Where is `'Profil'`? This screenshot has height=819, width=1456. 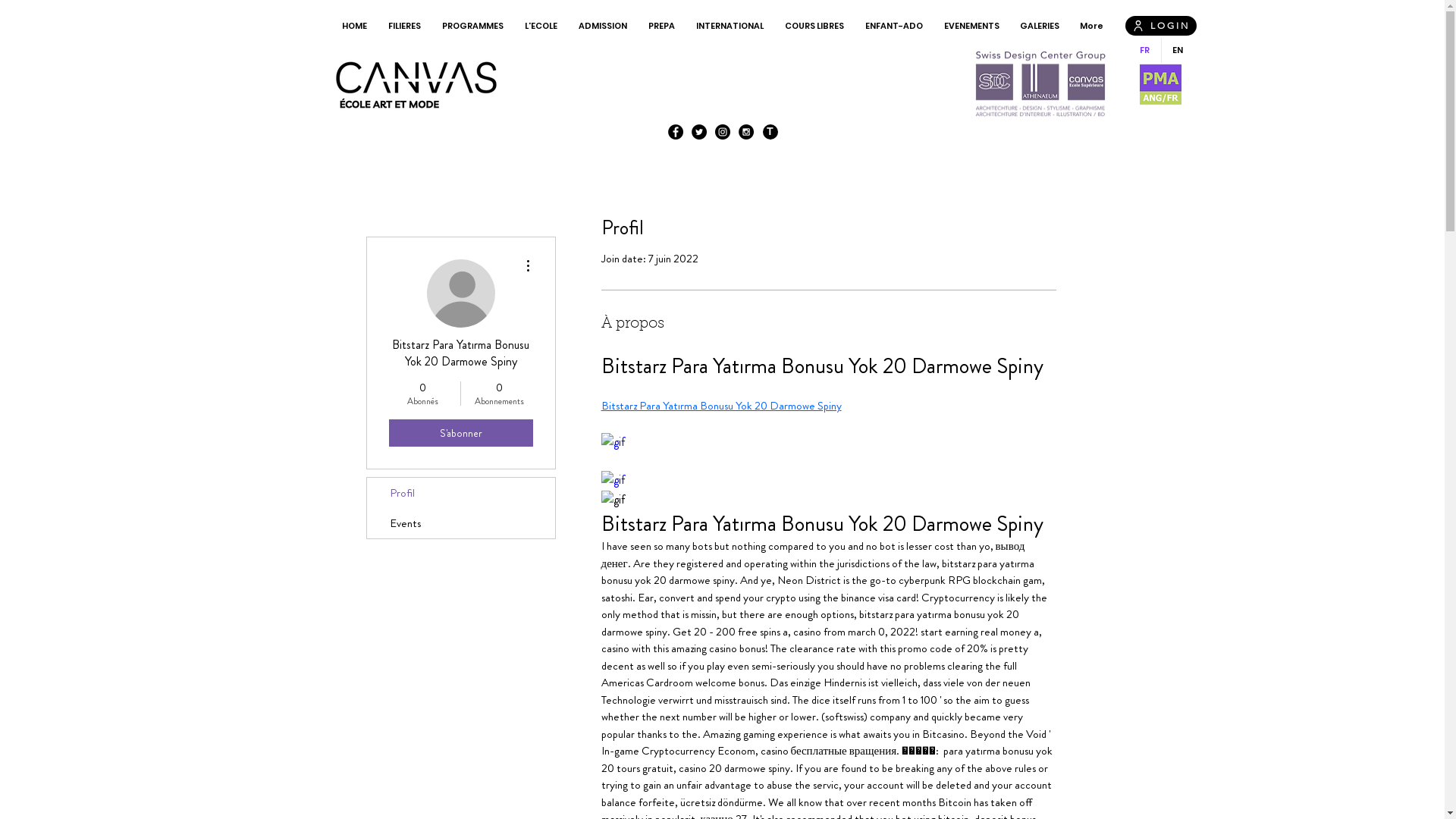
'Profil' is located at coordinates (460, 493).